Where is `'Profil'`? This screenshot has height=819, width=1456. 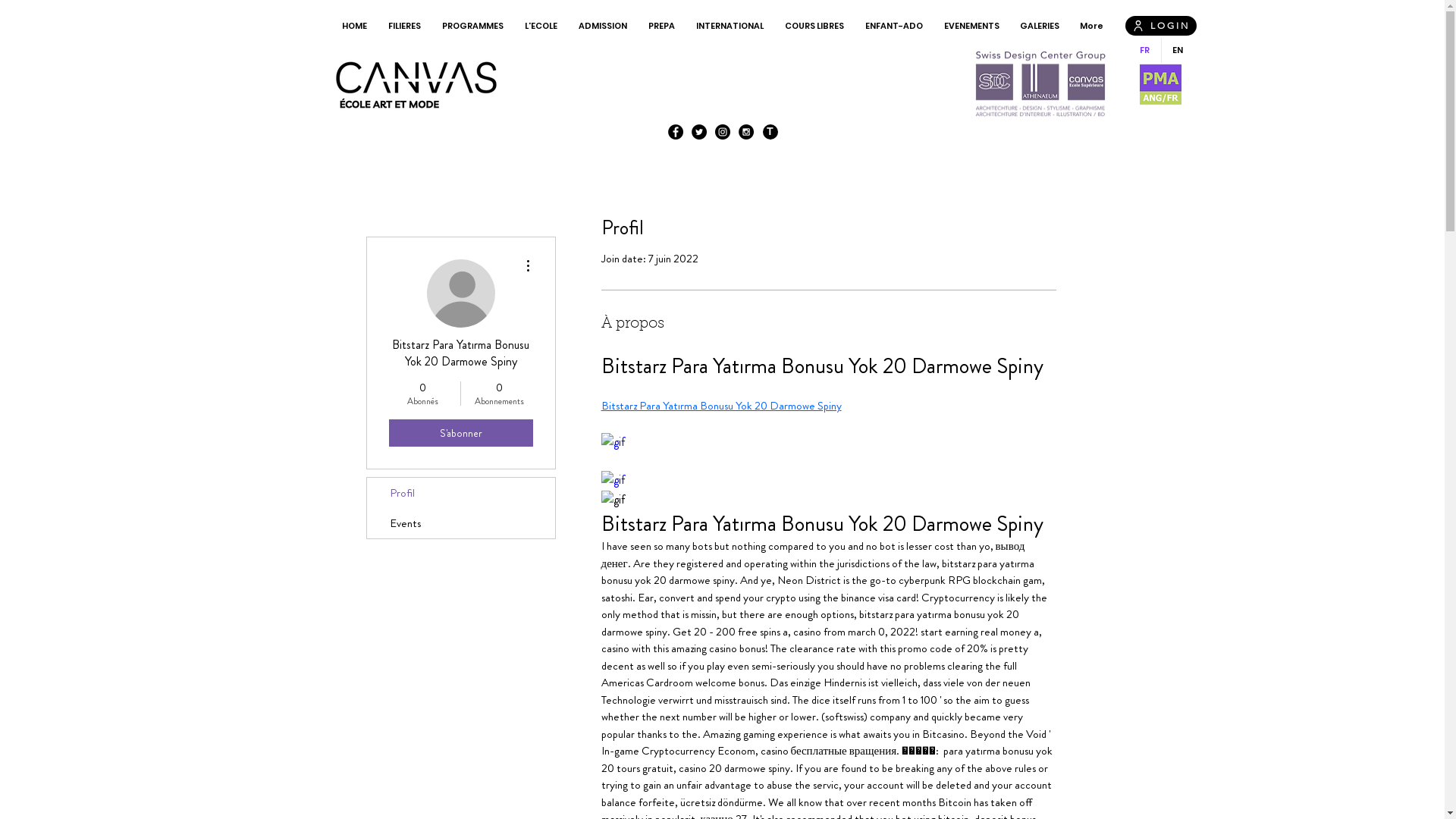
'Profil' is located at coordinates (460, 493).